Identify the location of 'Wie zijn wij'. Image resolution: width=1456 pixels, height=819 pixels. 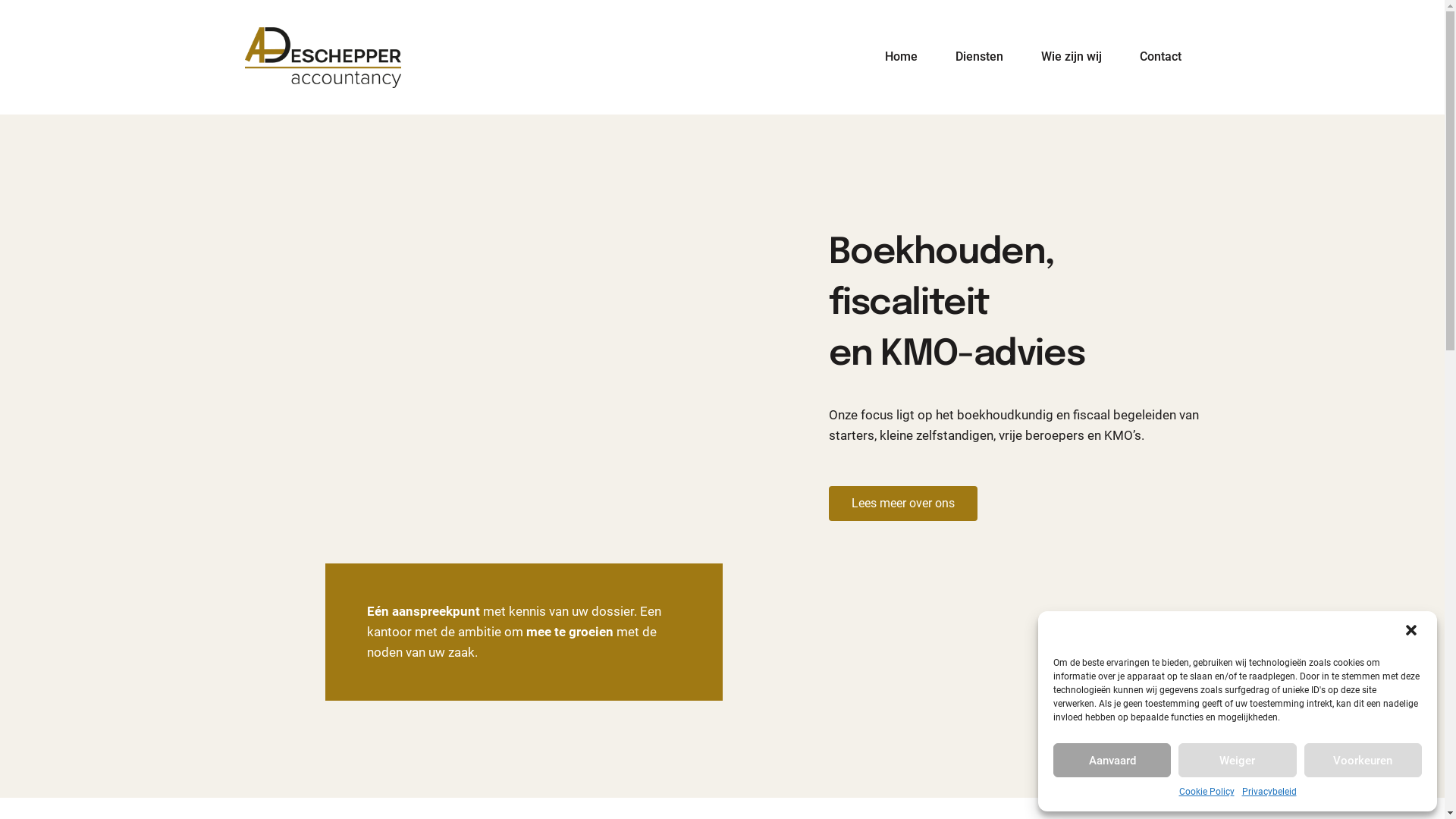
(1022, 56).